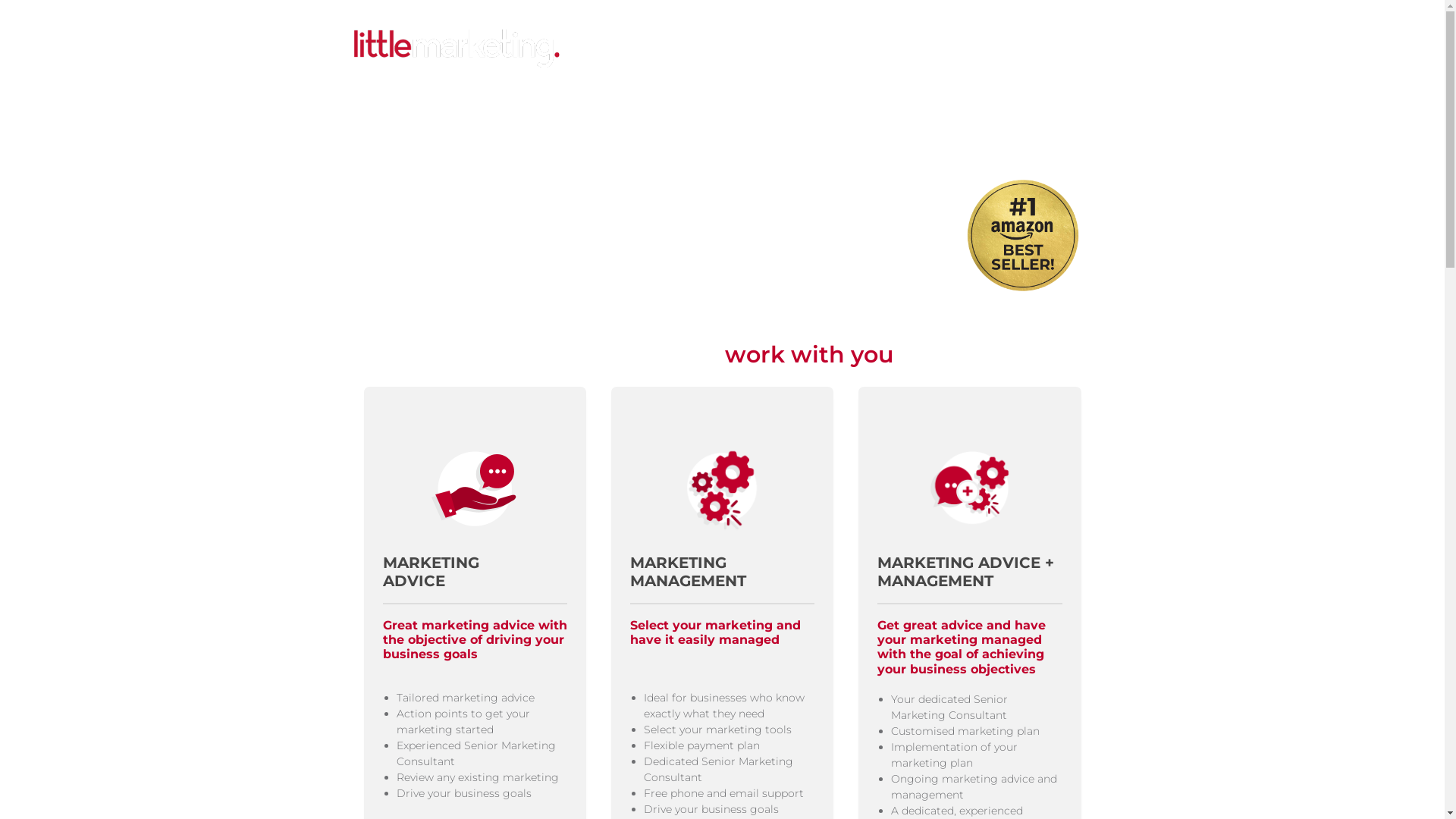 This screenshot has height=819, width=1456. What do you see at coordinates (1016, 49) in the screenshot?
I see `'CONTACT'` at bounding box center [1016, 49].